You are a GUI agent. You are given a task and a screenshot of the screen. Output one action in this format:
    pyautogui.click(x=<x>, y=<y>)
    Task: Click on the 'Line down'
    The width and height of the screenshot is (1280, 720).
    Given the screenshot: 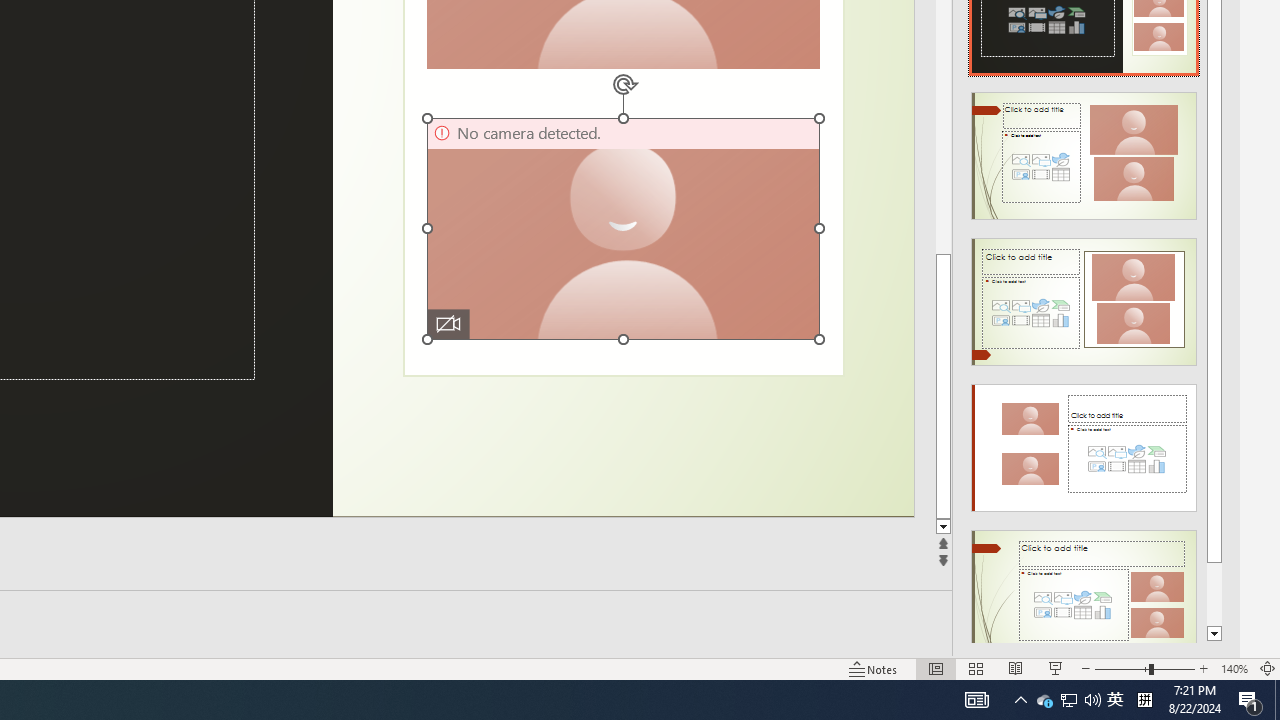 What is the action you would take?
    pyautogui.click(x=942, y=526)
    